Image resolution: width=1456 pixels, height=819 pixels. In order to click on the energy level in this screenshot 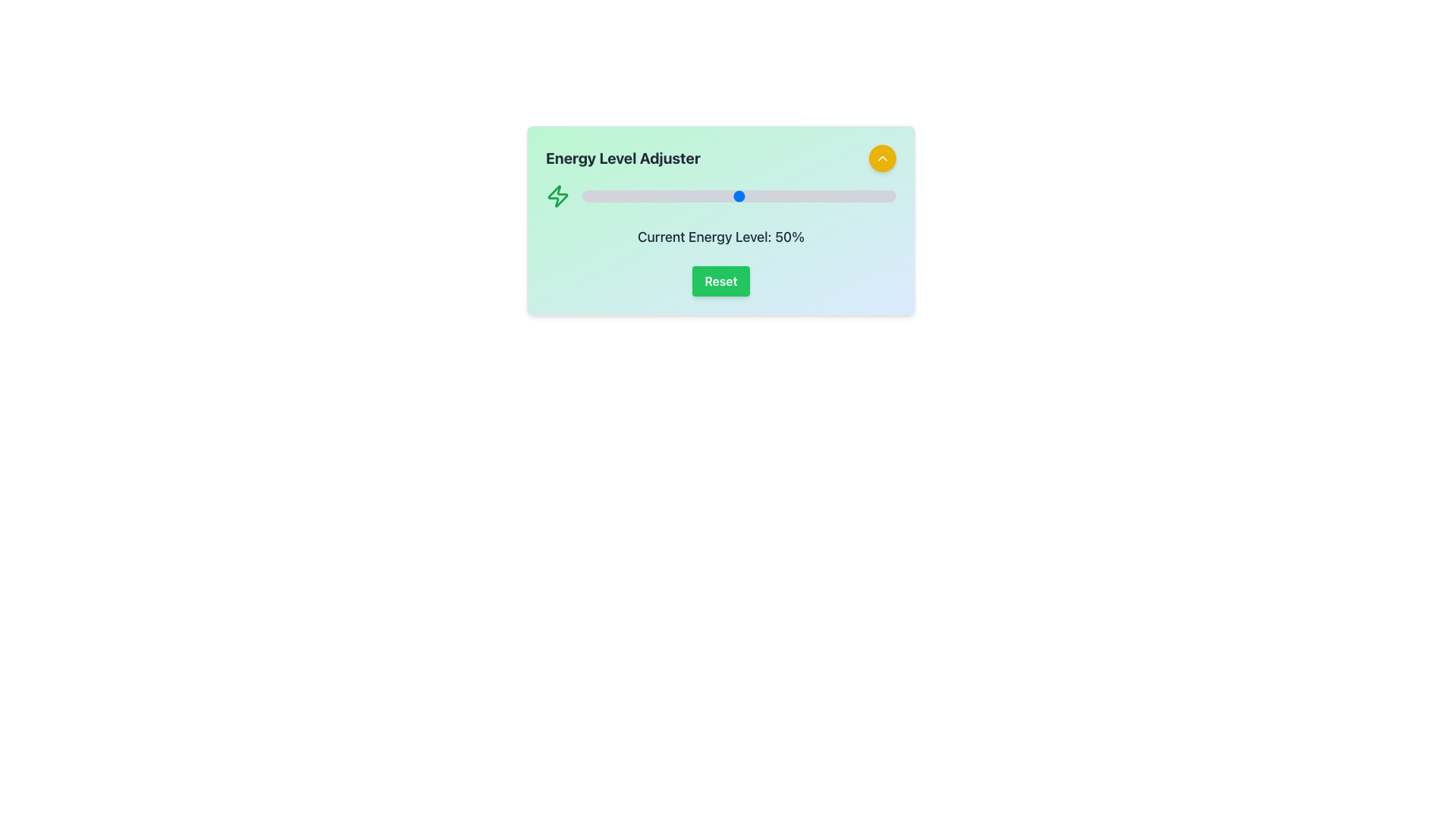, I will do `click(893, 195)`.